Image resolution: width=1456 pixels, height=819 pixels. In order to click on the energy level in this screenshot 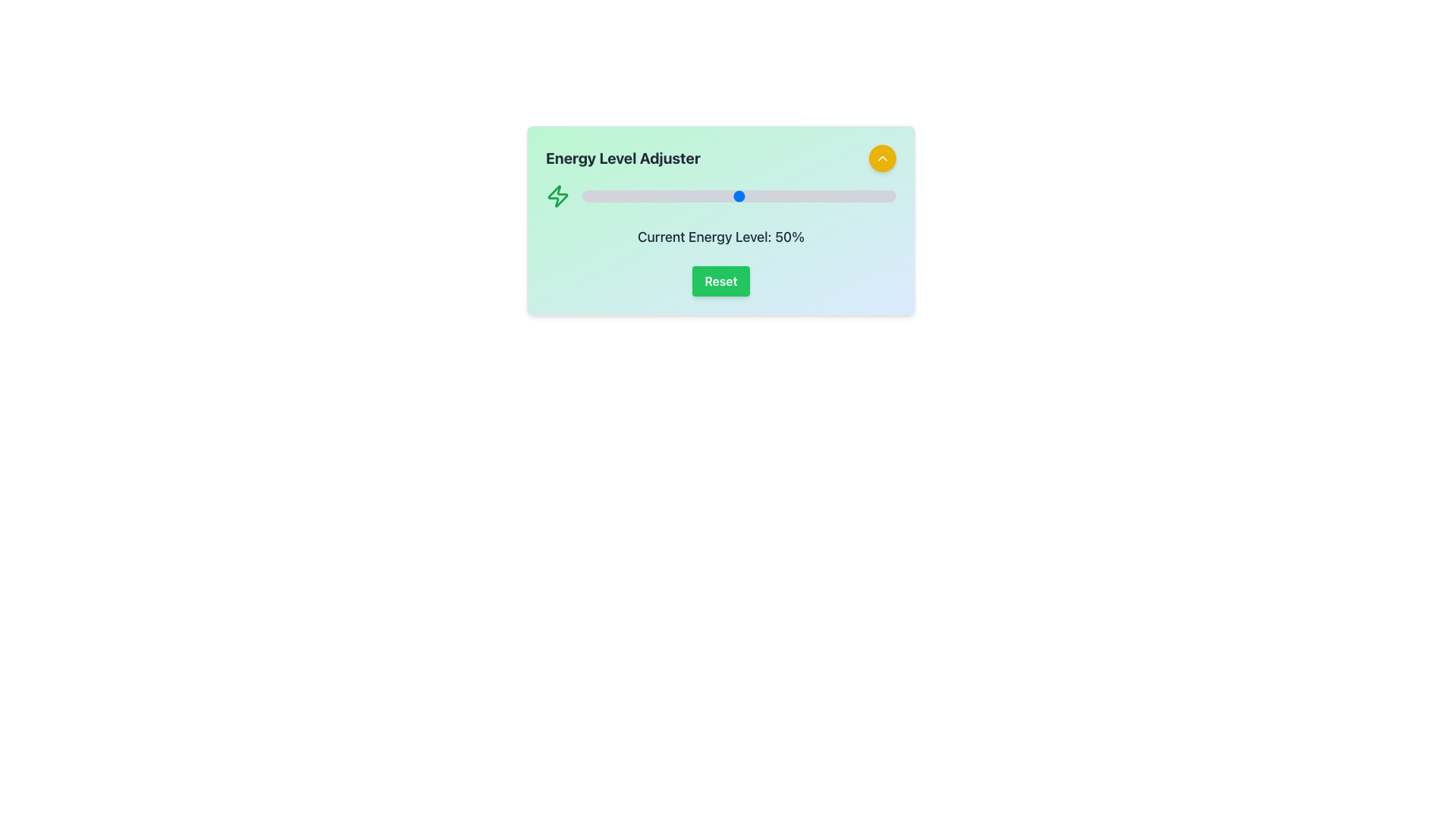, I will do `click(893, 195)`.